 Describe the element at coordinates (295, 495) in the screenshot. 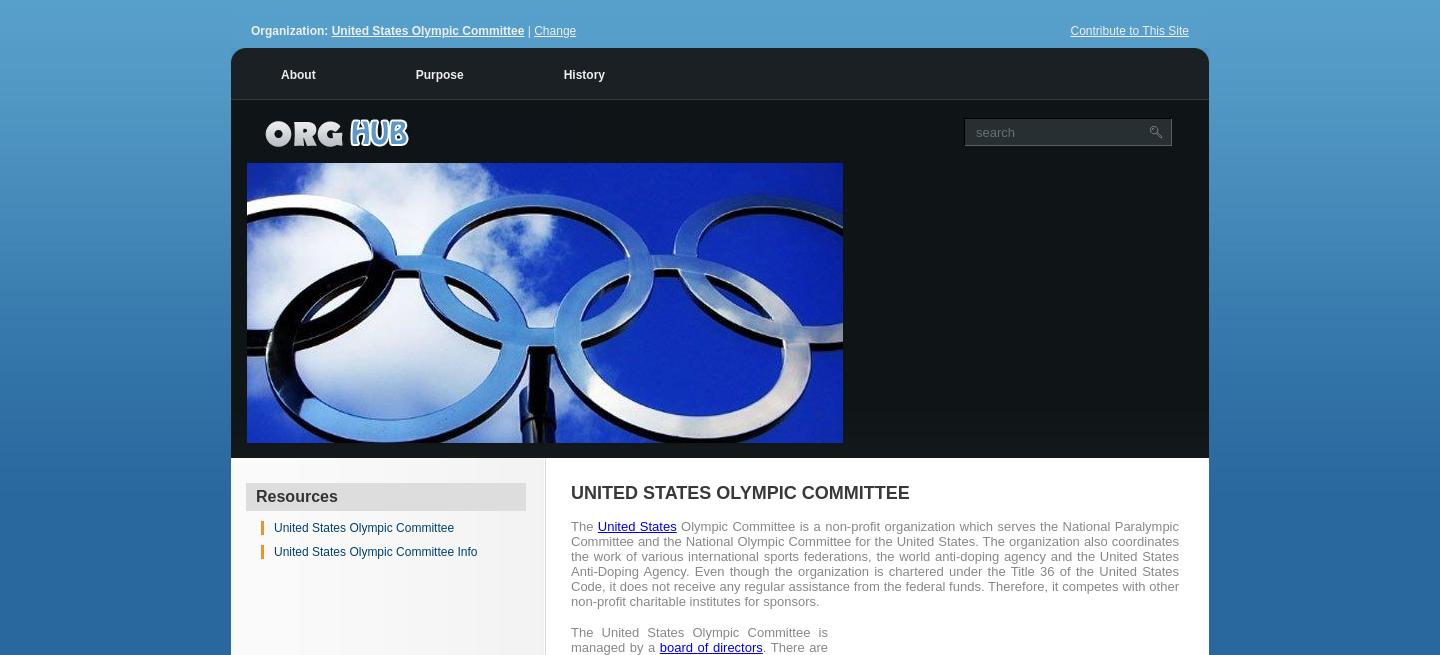

I see `'Resources'` at that location.